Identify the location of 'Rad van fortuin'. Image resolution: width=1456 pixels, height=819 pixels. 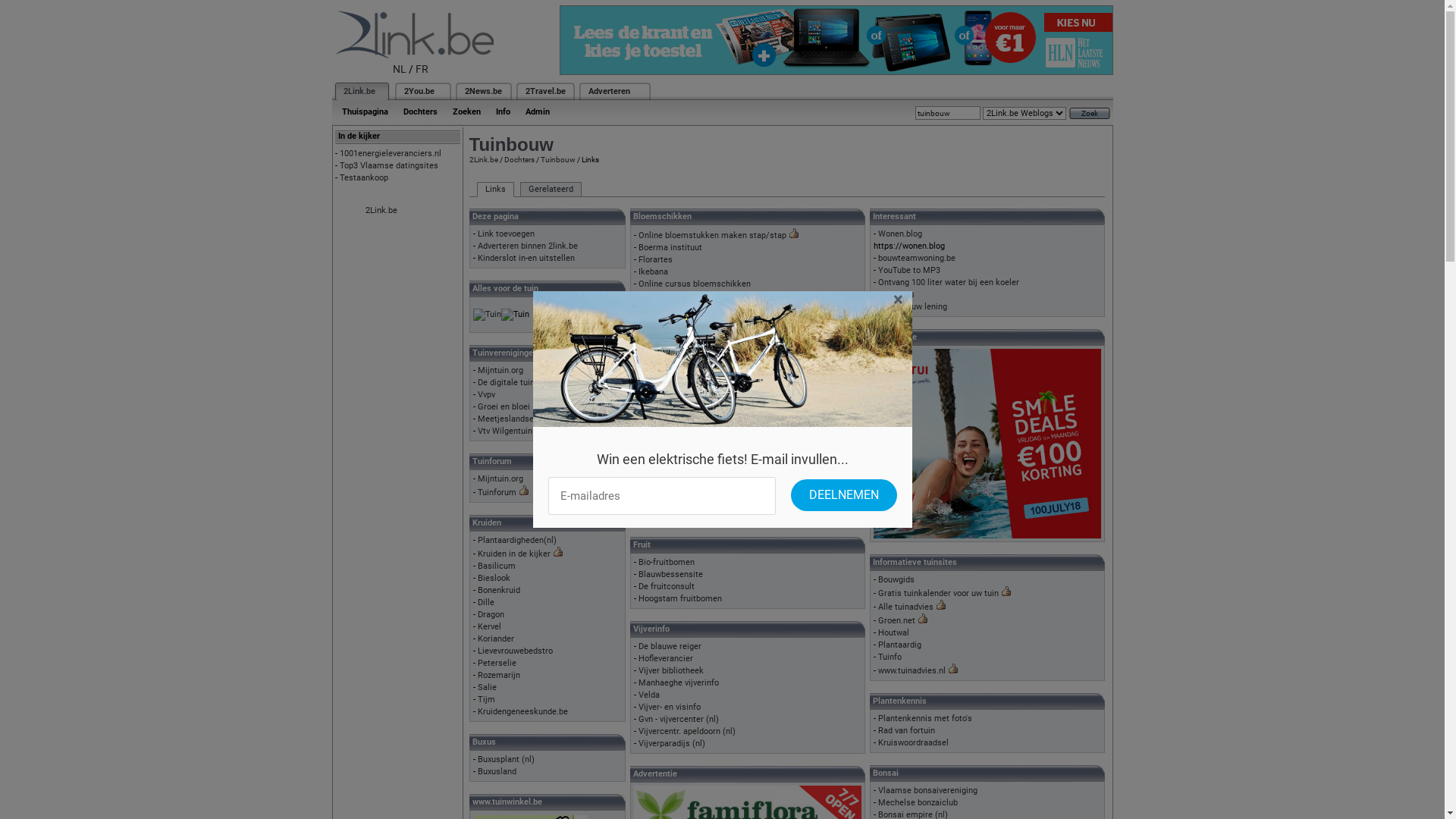
(906, 730).